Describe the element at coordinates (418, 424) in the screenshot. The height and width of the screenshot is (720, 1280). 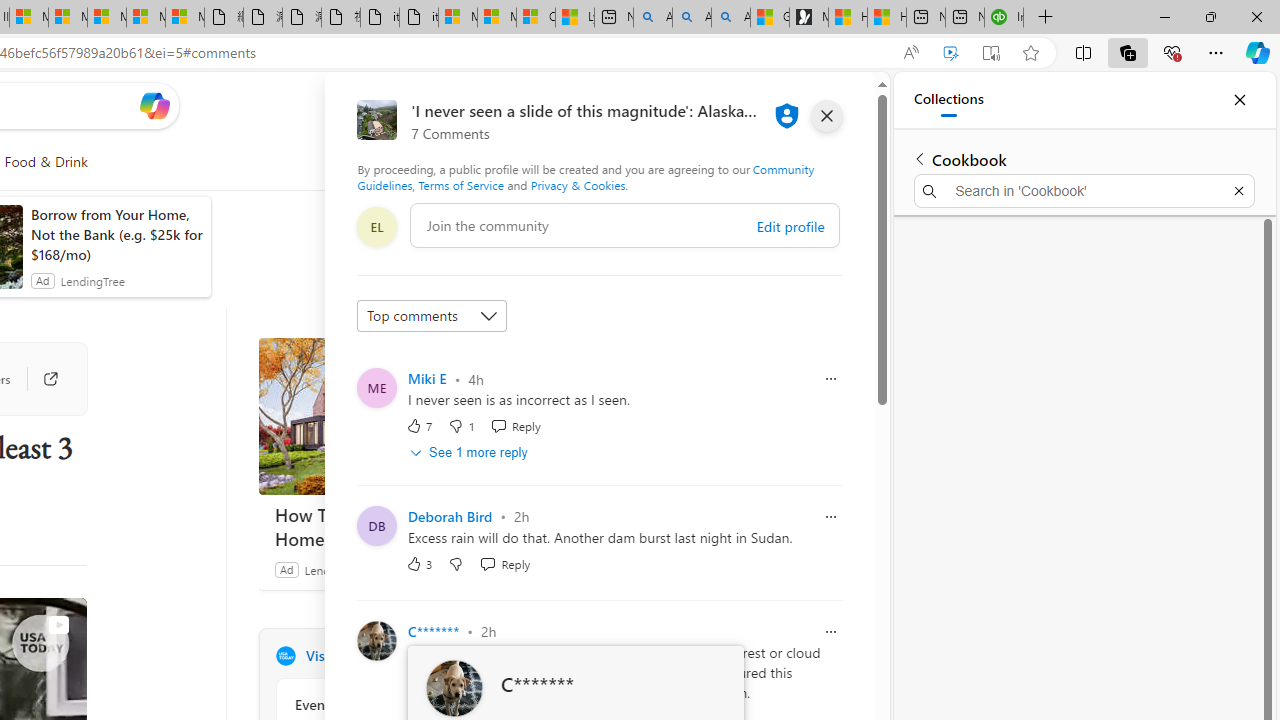
I see `'7 Like'` at that location.